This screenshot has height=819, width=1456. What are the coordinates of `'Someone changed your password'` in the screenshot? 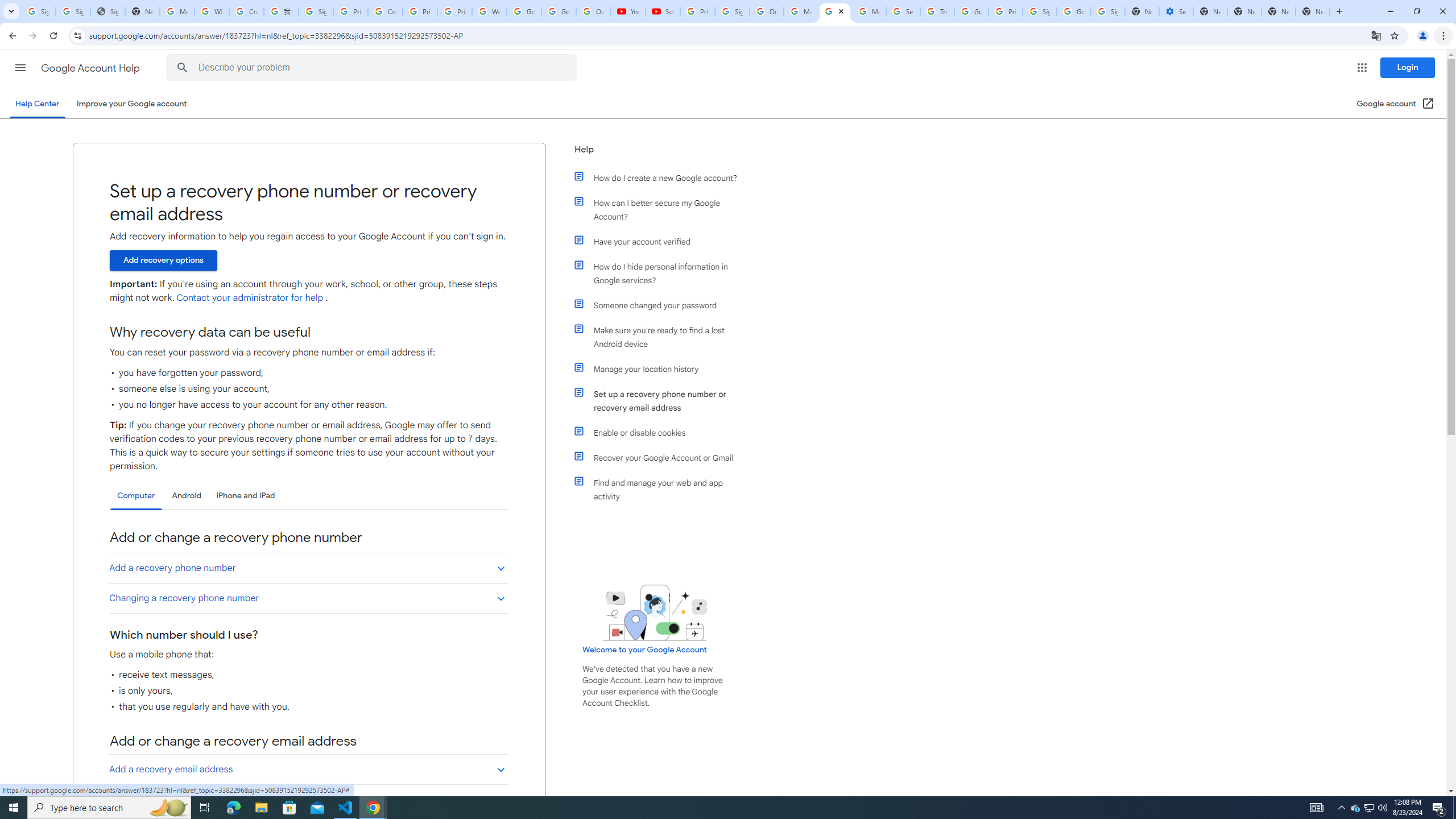 It's located at (661, 305).